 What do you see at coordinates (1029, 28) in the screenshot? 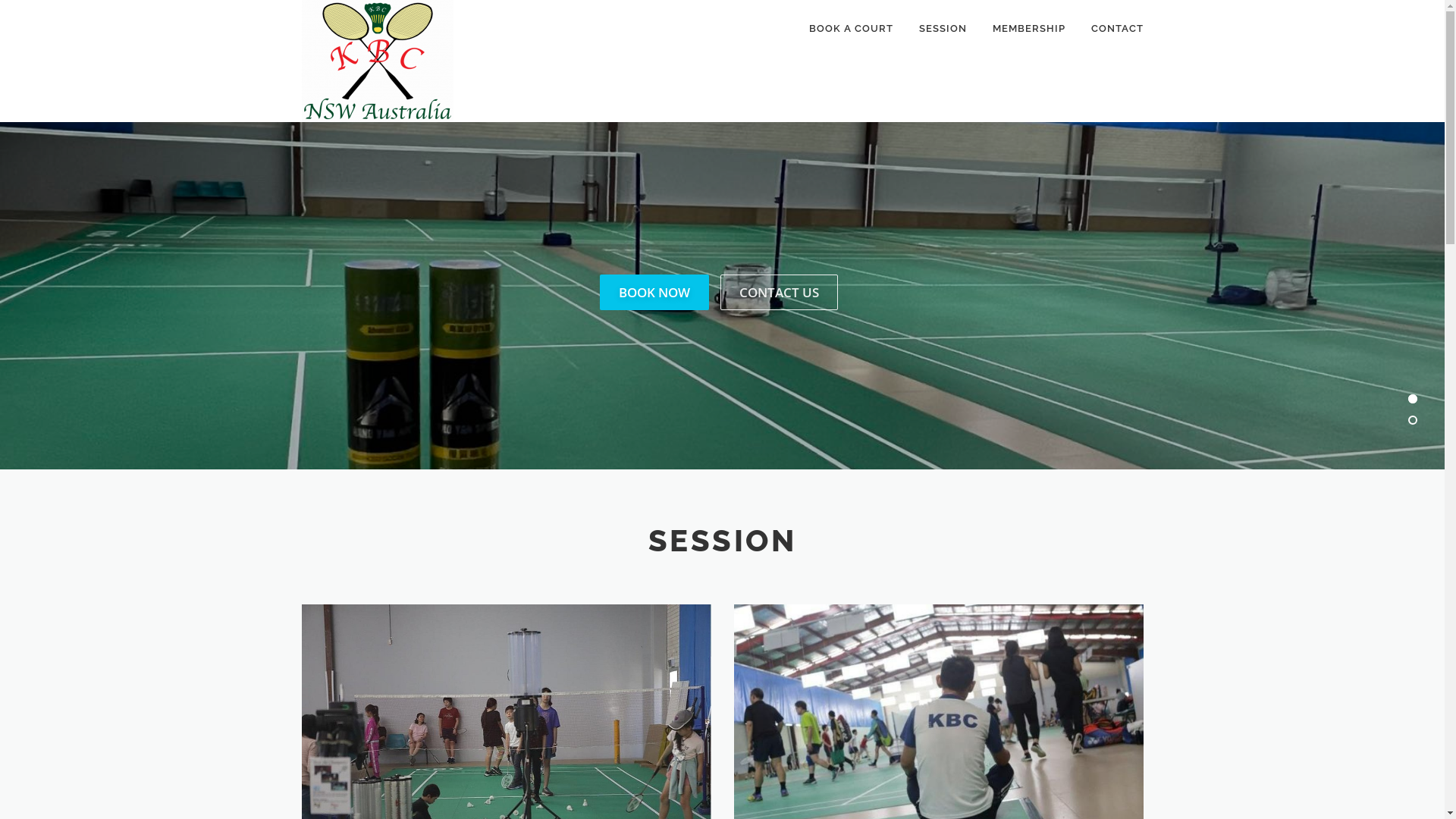
I see `'MEMBERSHIP'` at bounding box center [1029, 28].